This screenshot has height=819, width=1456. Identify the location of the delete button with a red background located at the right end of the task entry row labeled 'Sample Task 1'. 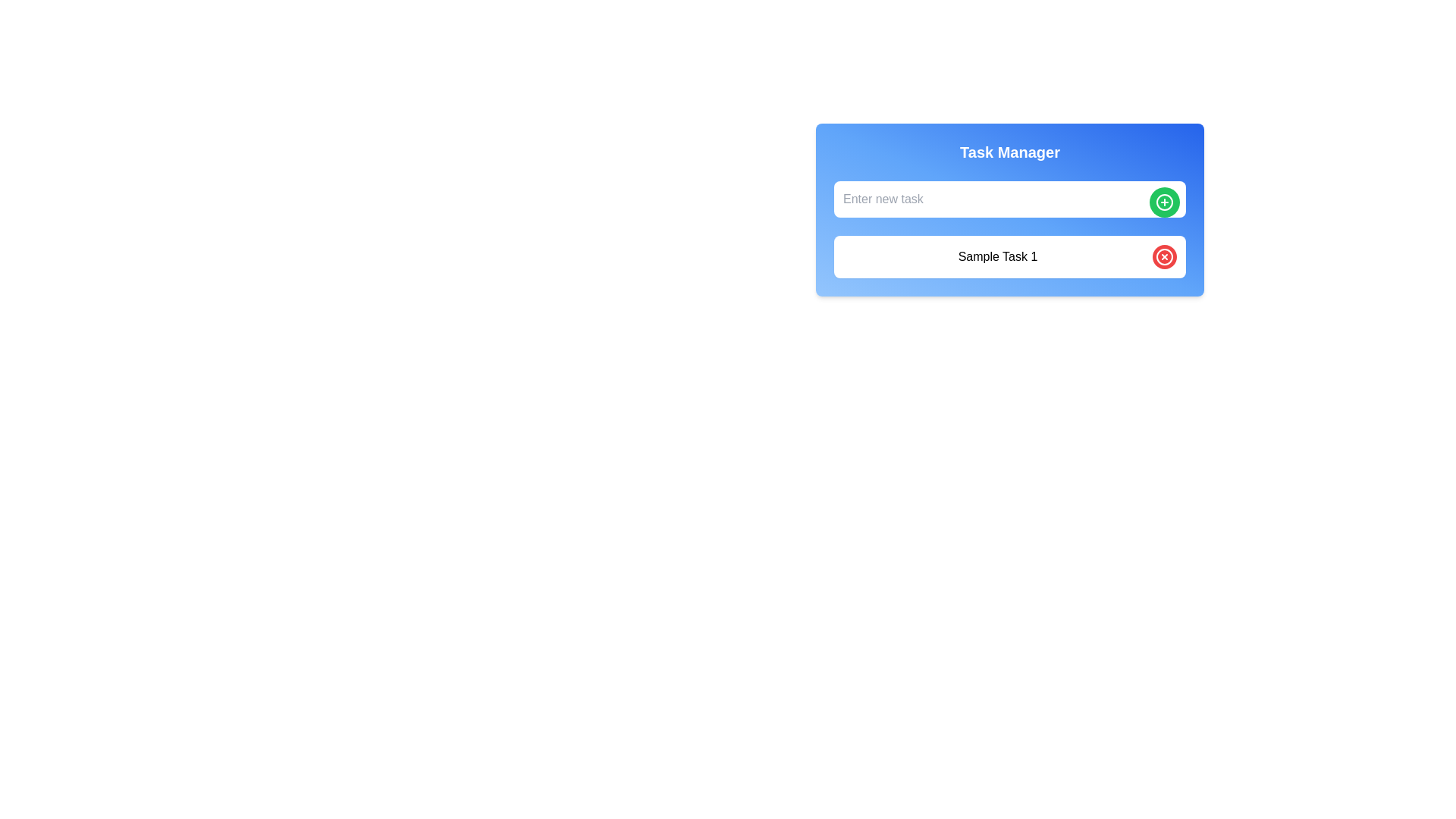
(1164, 256).